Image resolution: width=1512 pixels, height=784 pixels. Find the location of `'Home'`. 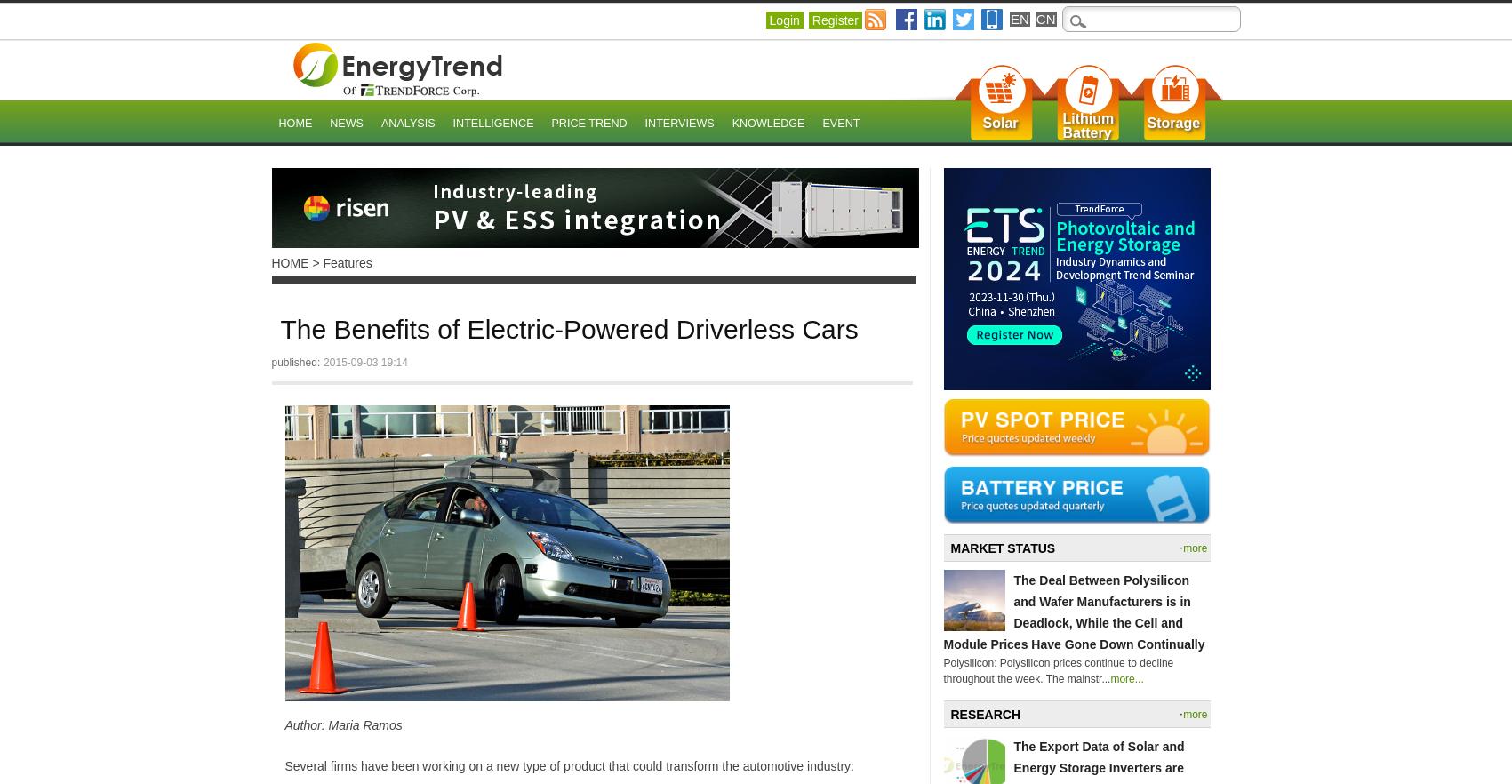

'Home' is located at coordinates (295, 124).